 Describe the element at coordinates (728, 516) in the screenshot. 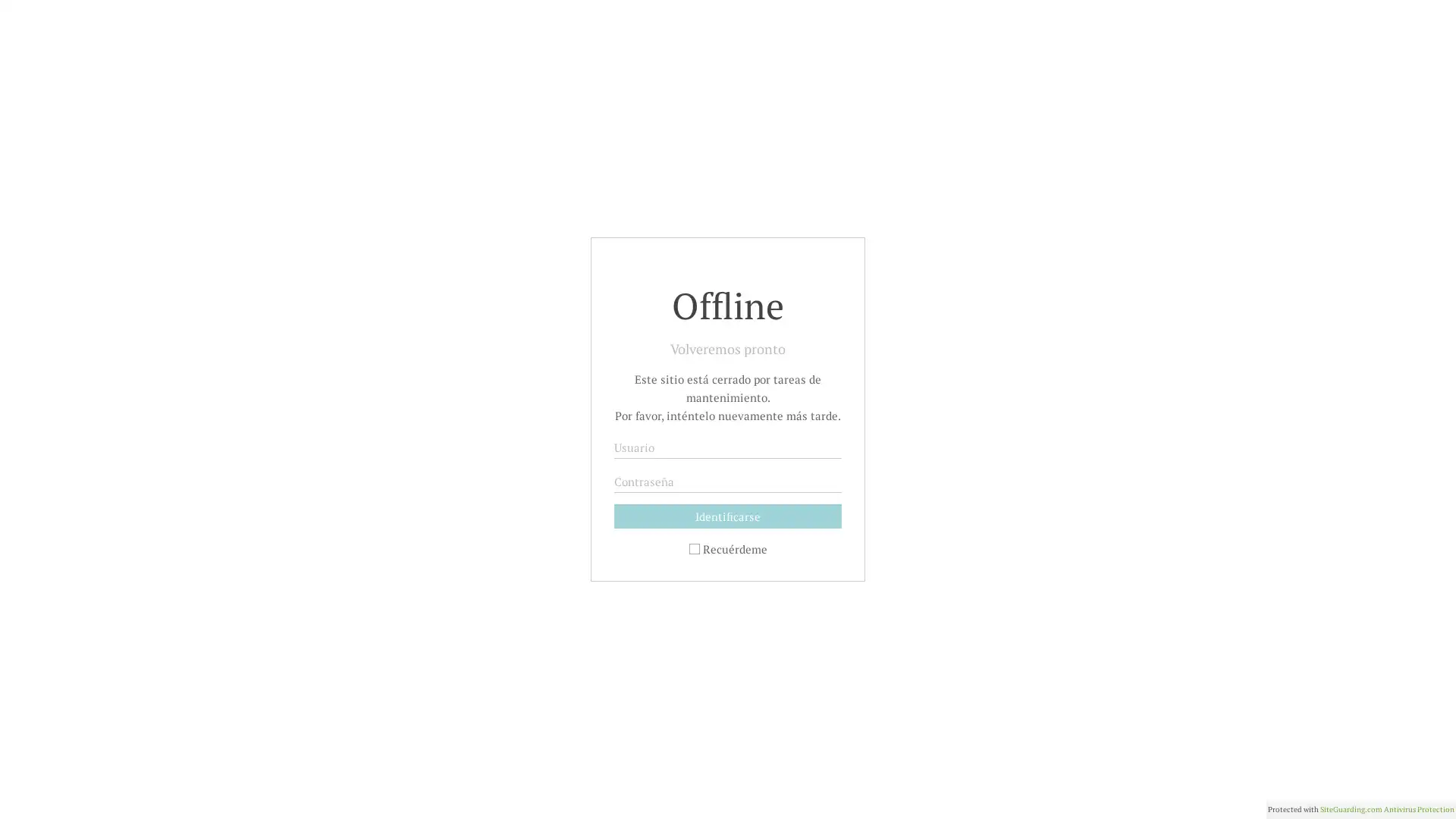

I see `Identificarse` at that location.